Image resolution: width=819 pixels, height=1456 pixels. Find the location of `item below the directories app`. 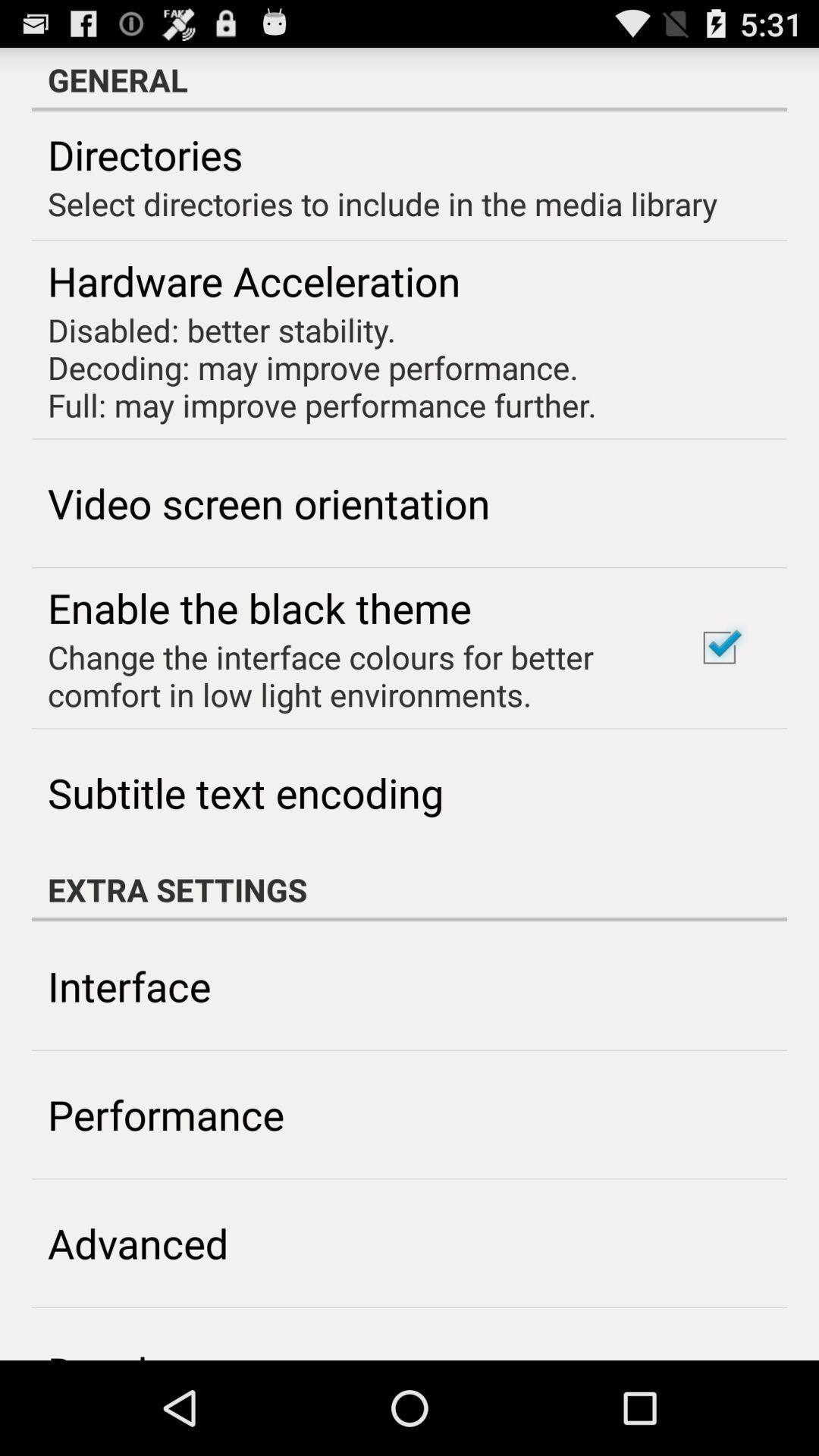

item below the directories app is located at coordinates (381, 202).